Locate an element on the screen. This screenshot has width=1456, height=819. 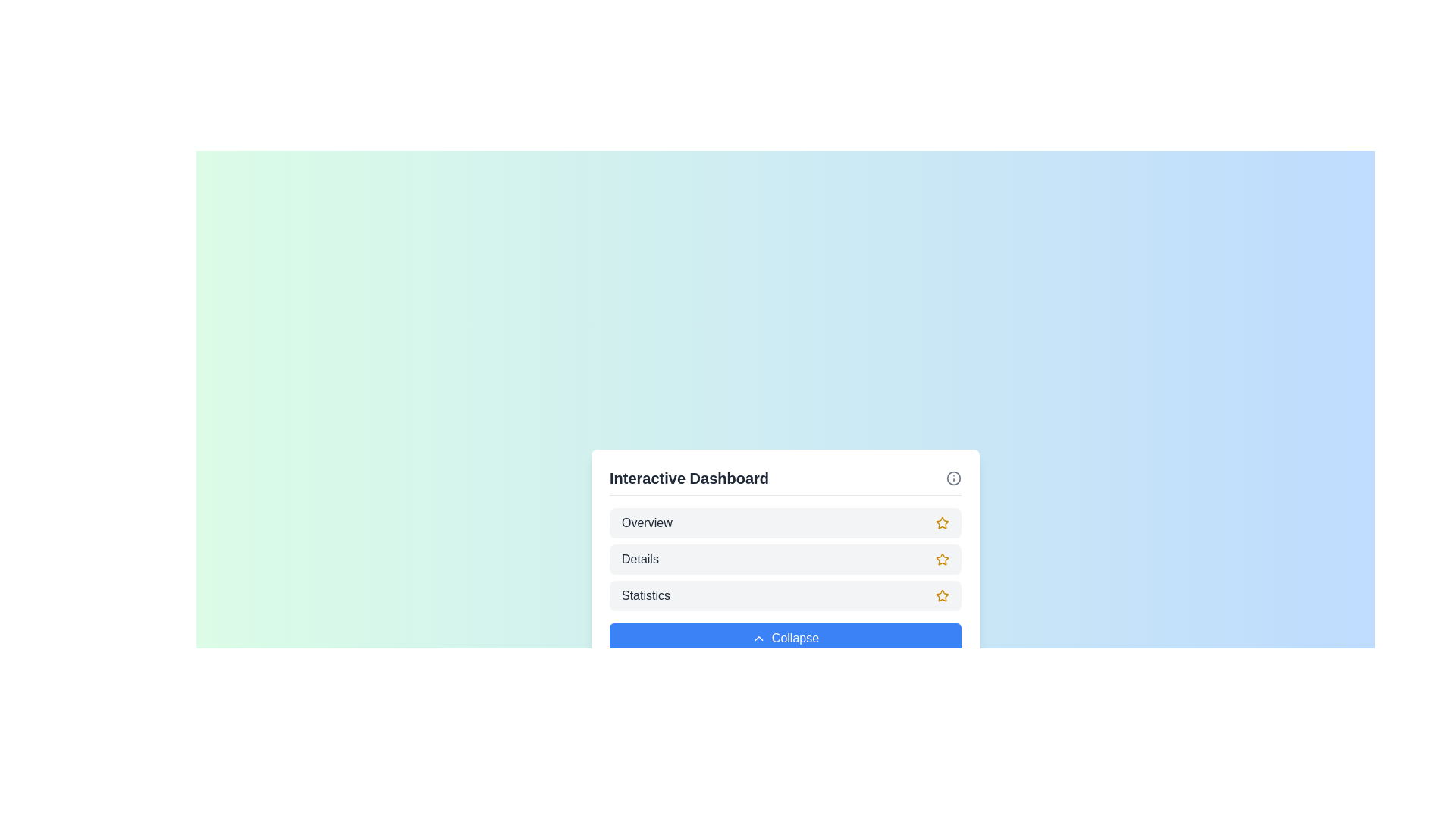
the yellow five-pointed star icon located to the right of the 'Details' text is located at coordinates (942, 559).